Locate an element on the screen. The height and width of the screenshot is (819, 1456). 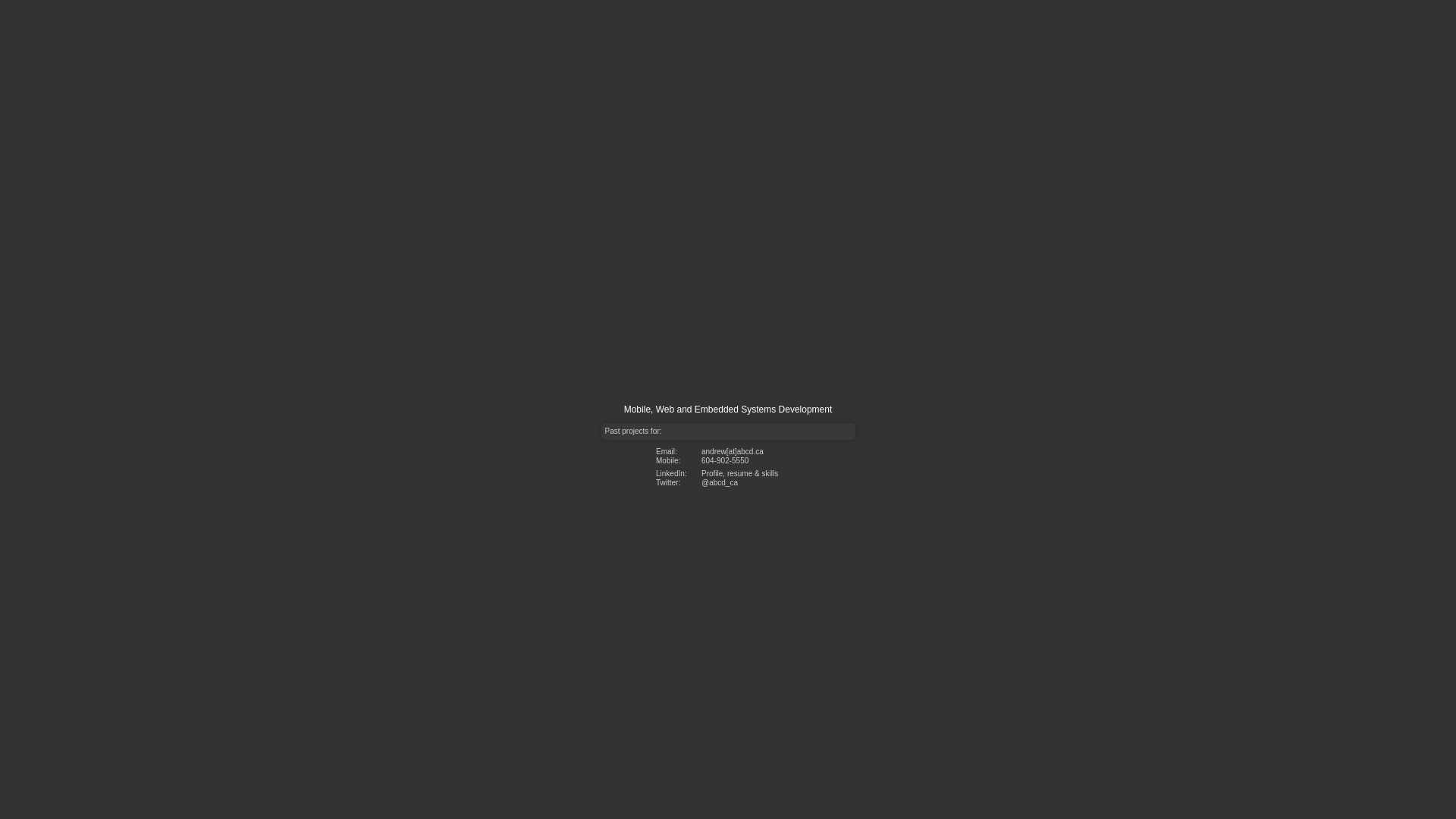
'Profile, resume & skills' is located at coordinates (739, 472).